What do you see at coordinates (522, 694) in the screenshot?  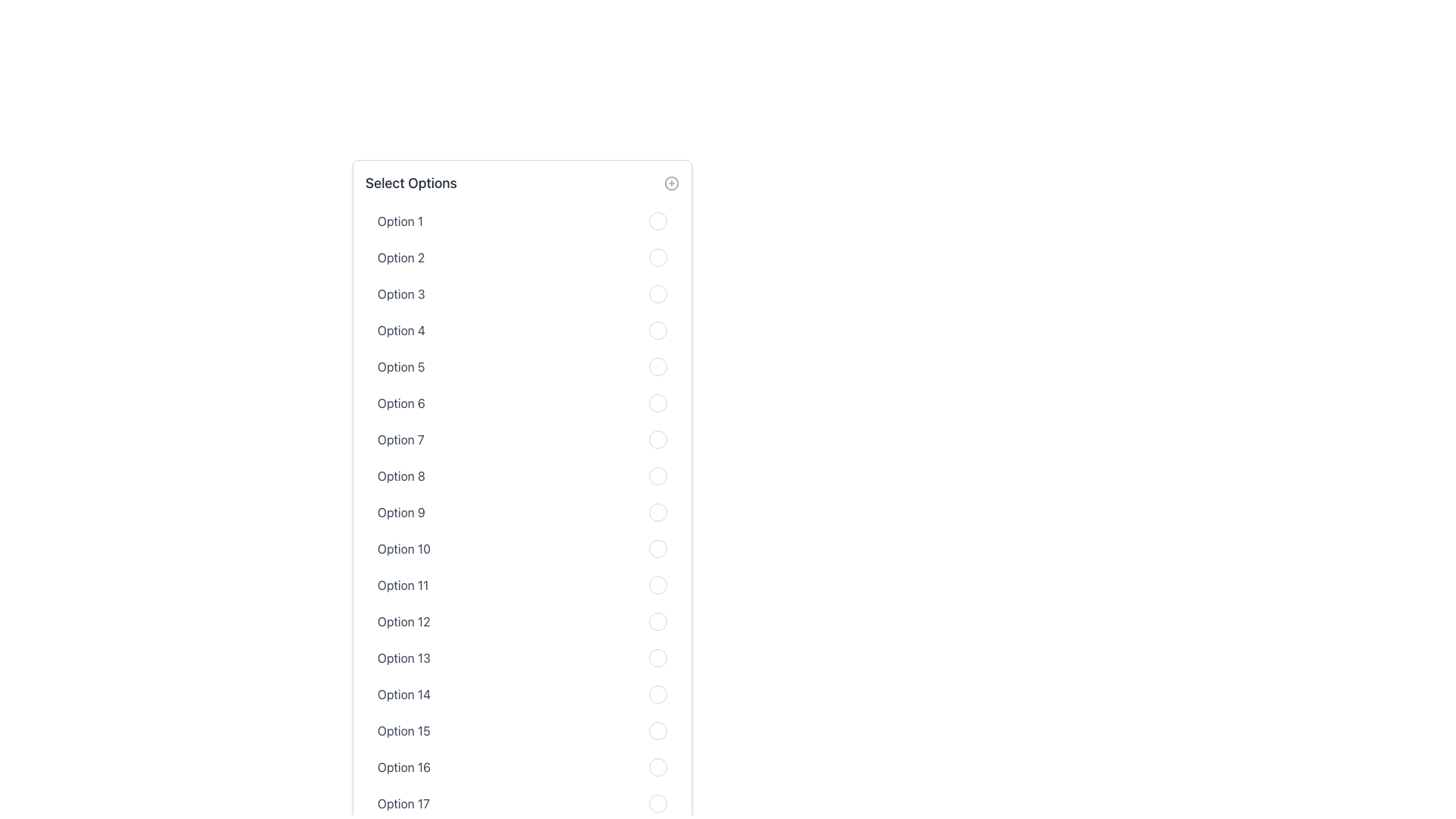 I see `the circular radio button for 'Option 14'` at bounding box center [522, 694].